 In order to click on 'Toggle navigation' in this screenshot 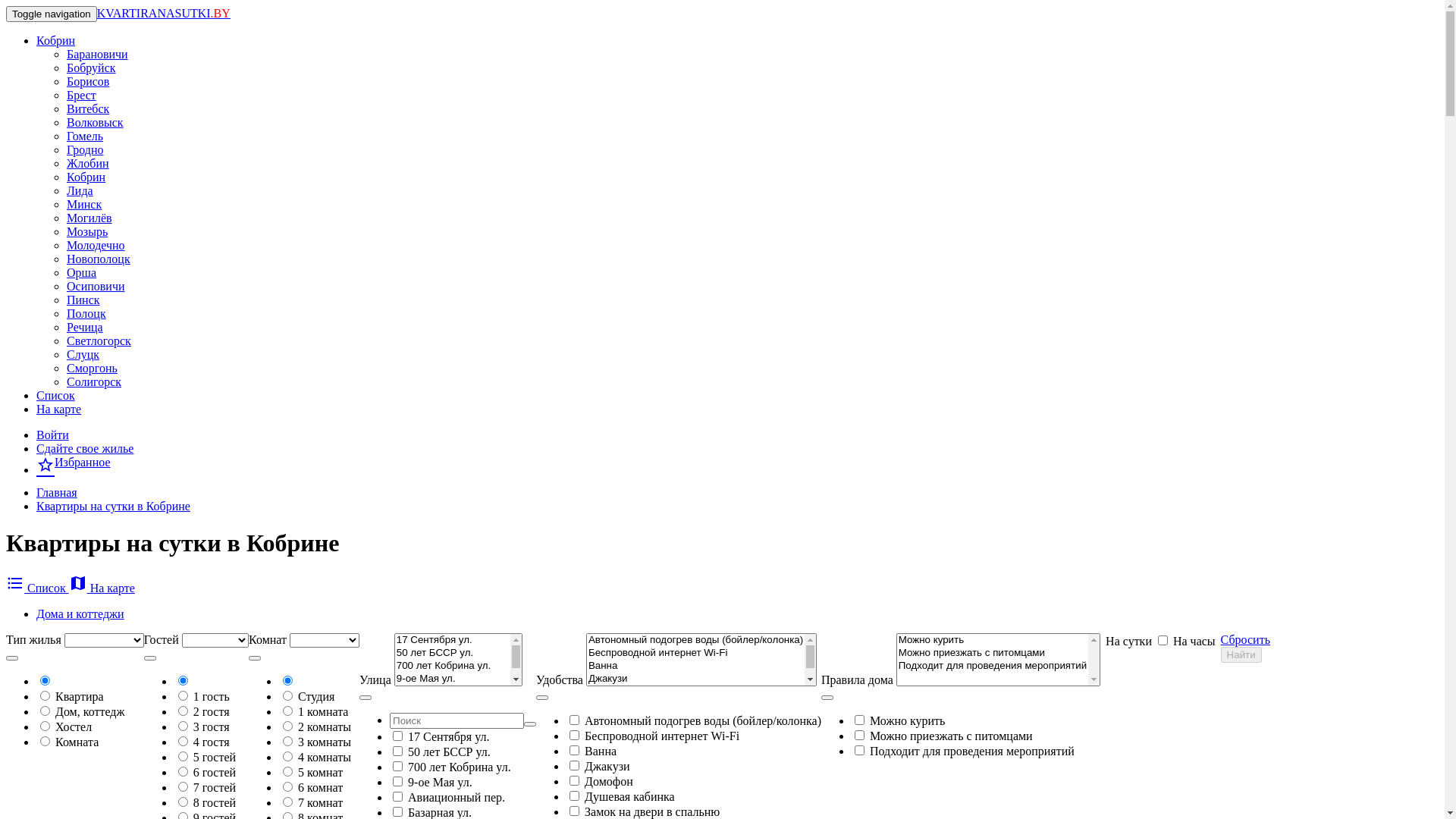, I will do `click(51, 14)`.